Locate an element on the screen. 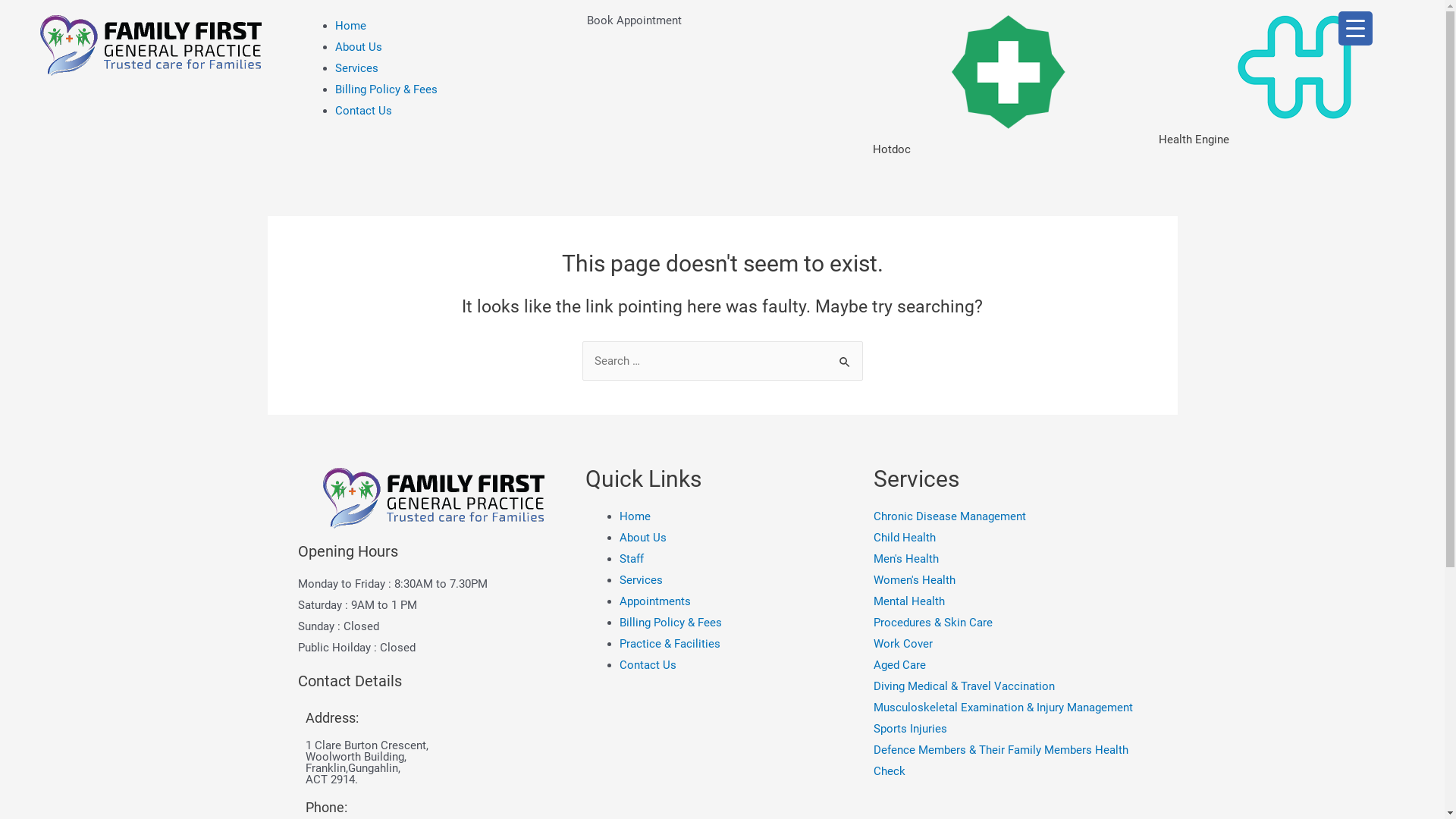  'Defence Members & Their Family Members Health Check' is located at coordinates (1009, 760).